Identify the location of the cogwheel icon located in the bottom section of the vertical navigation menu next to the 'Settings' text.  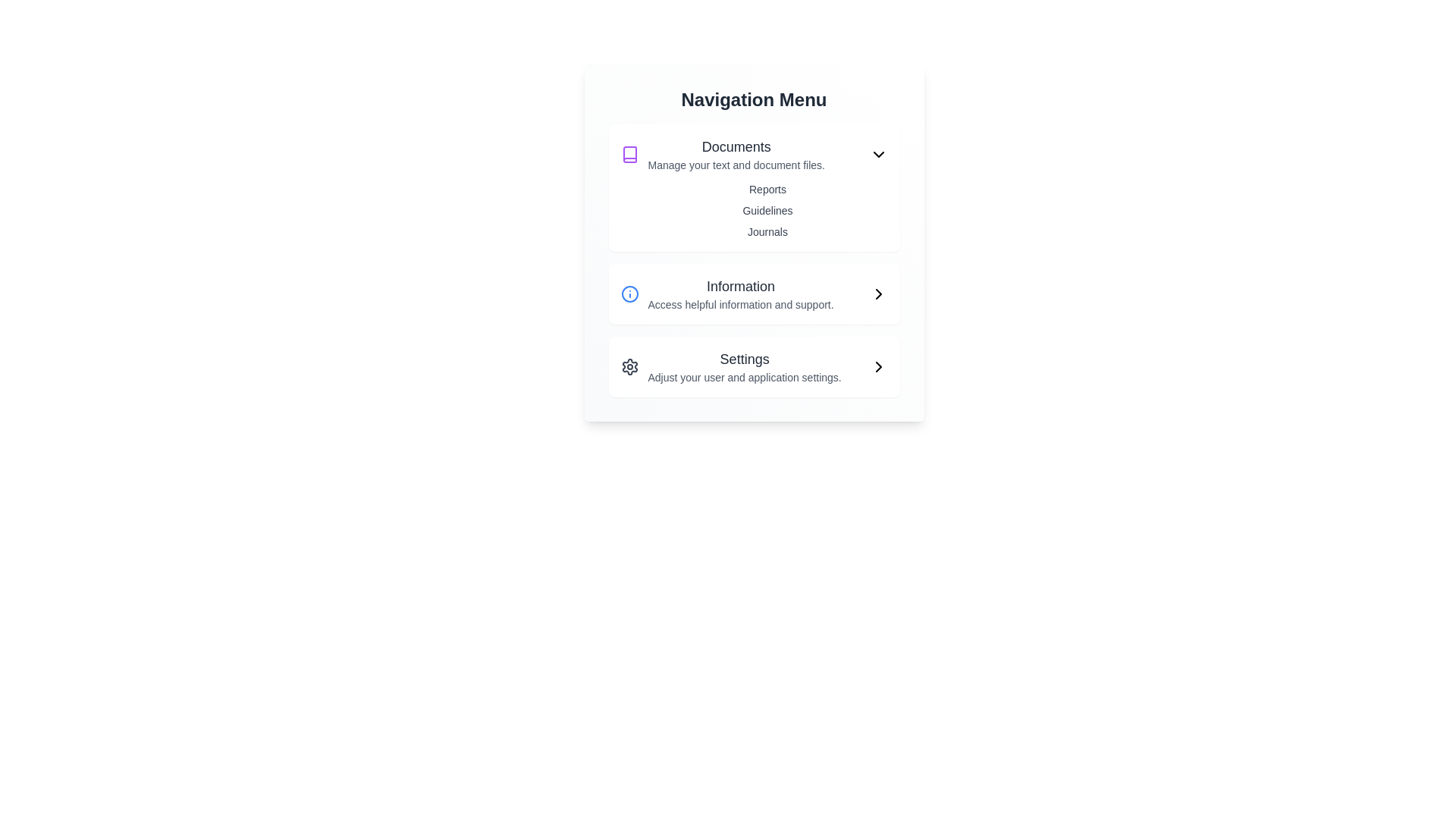
(629, 366).